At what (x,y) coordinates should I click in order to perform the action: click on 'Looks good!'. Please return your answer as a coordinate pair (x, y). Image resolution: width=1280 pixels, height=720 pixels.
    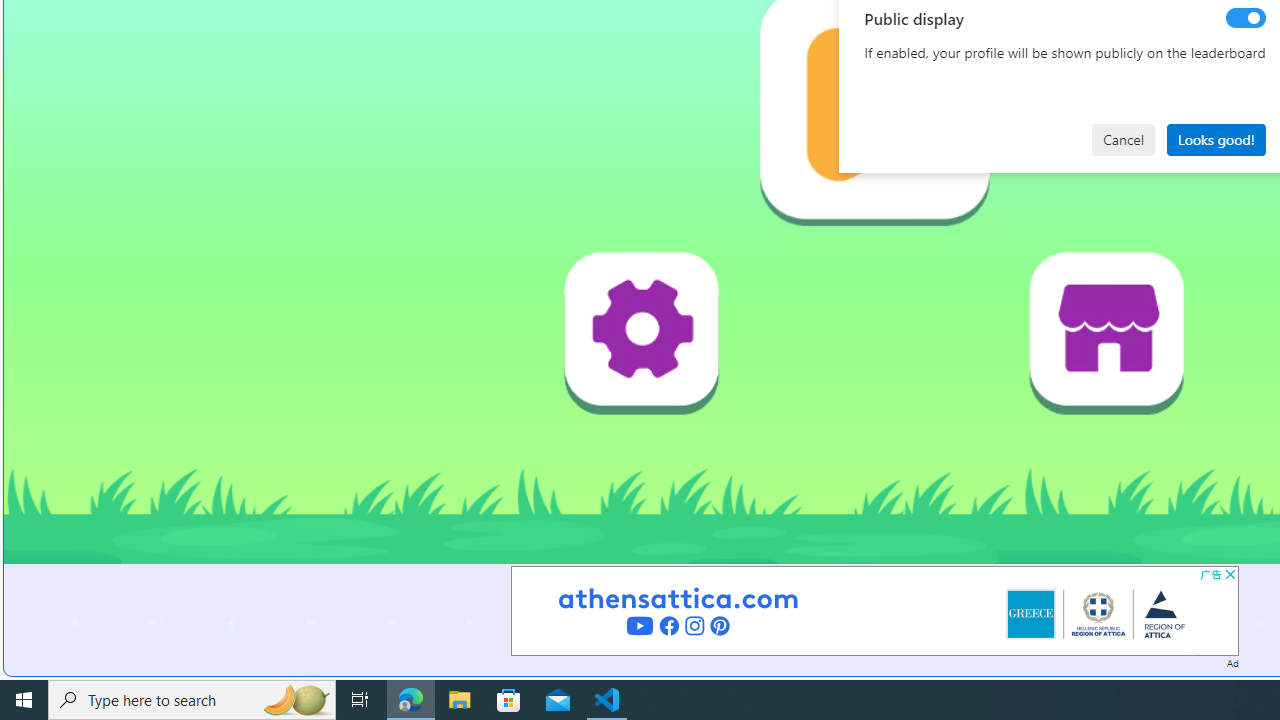
    Looking at the image, I should click on (1215, 138).